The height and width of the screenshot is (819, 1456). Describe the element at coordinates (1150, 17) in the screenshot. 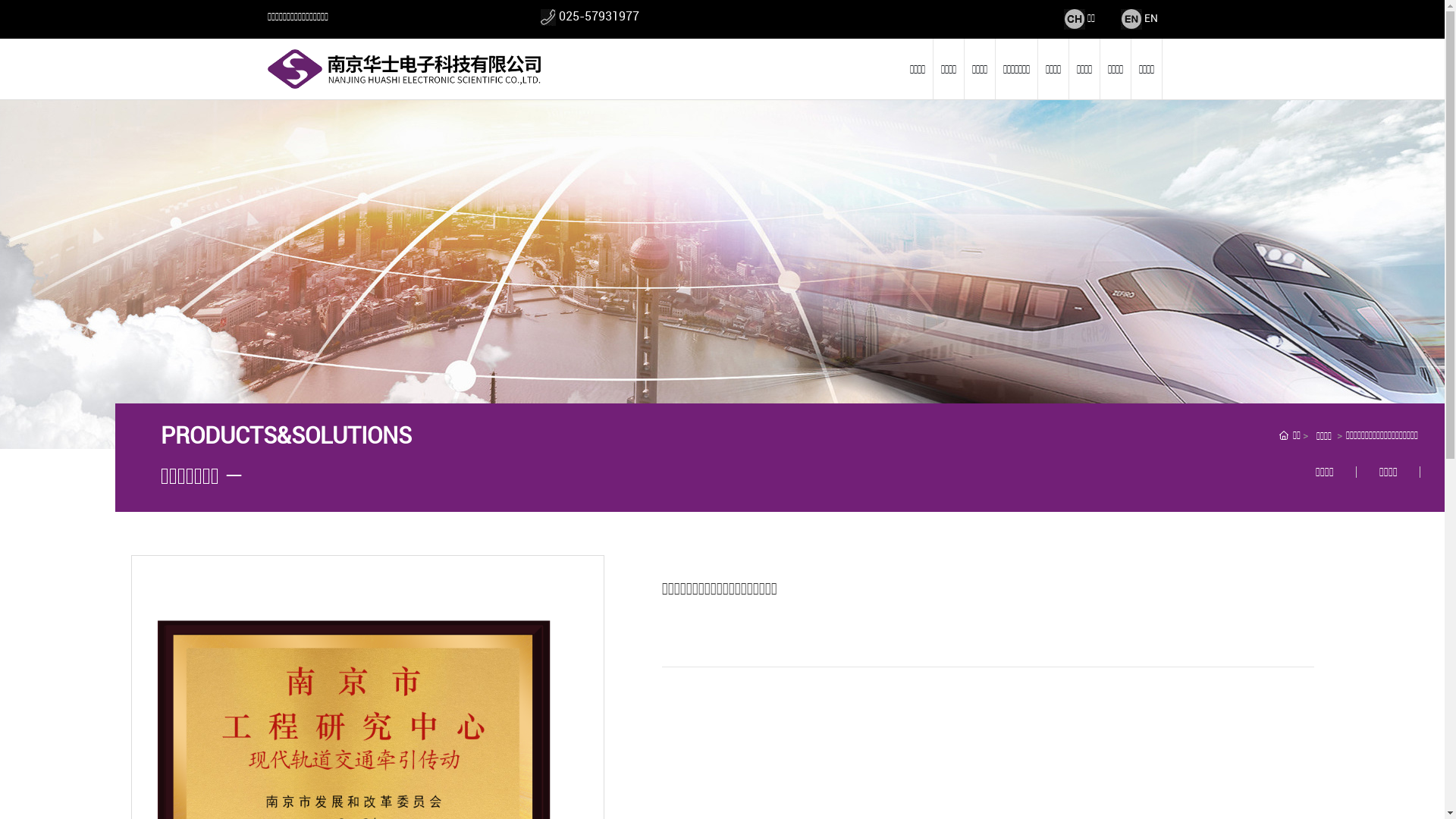

I see `'EN'` at that location.